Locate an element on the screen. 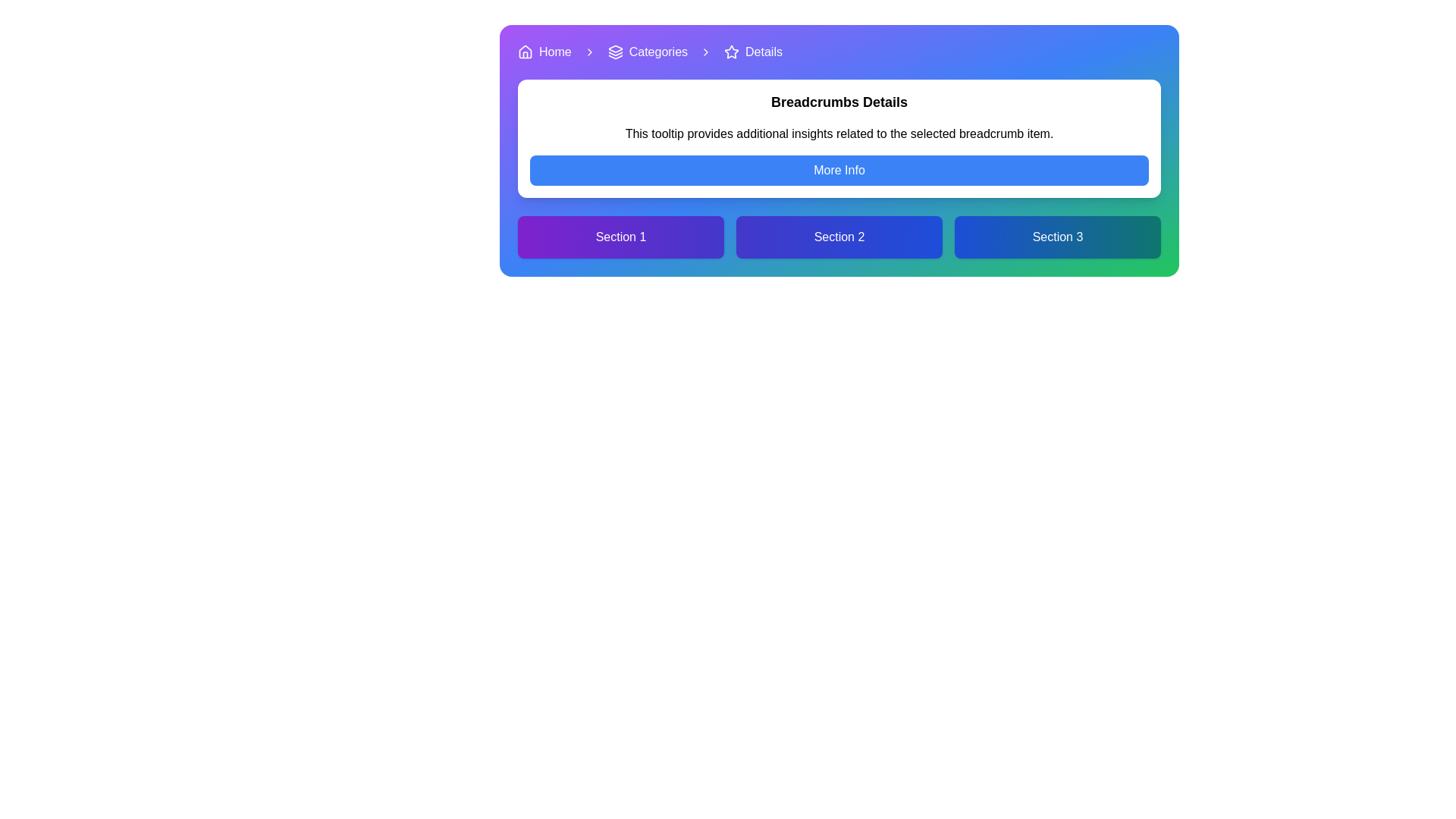  the 'Section 3' button, which serves as a navigational button in a horizontal row of three buttons is located at coordinates (1057, 237).